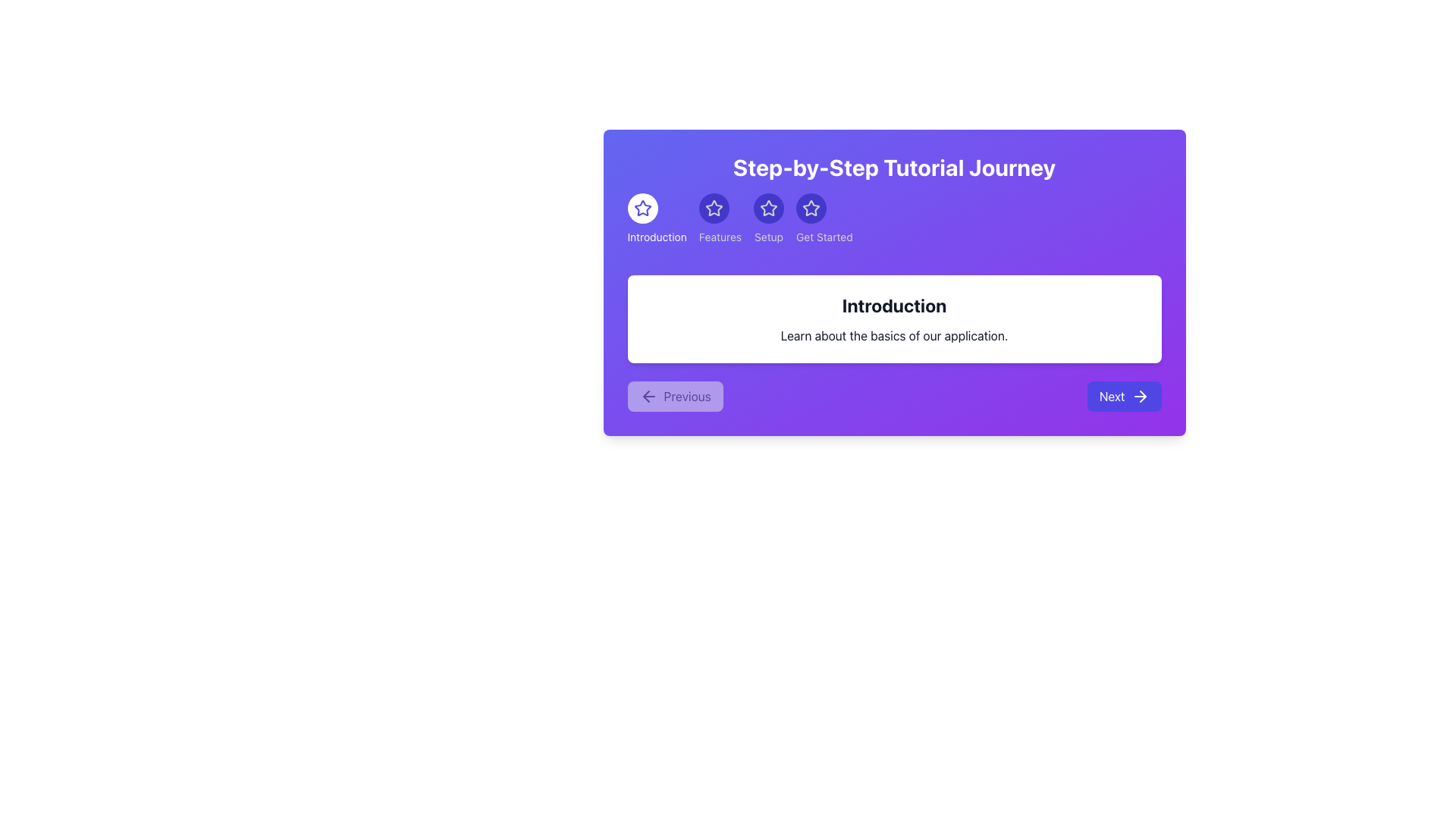 Image resolution: width=1456 pixels, height=819 pixels. I want to click on the rightward arrow icon next to the 'Next' button located in the lower-right portion of the purple card area, so click(1140, 396).